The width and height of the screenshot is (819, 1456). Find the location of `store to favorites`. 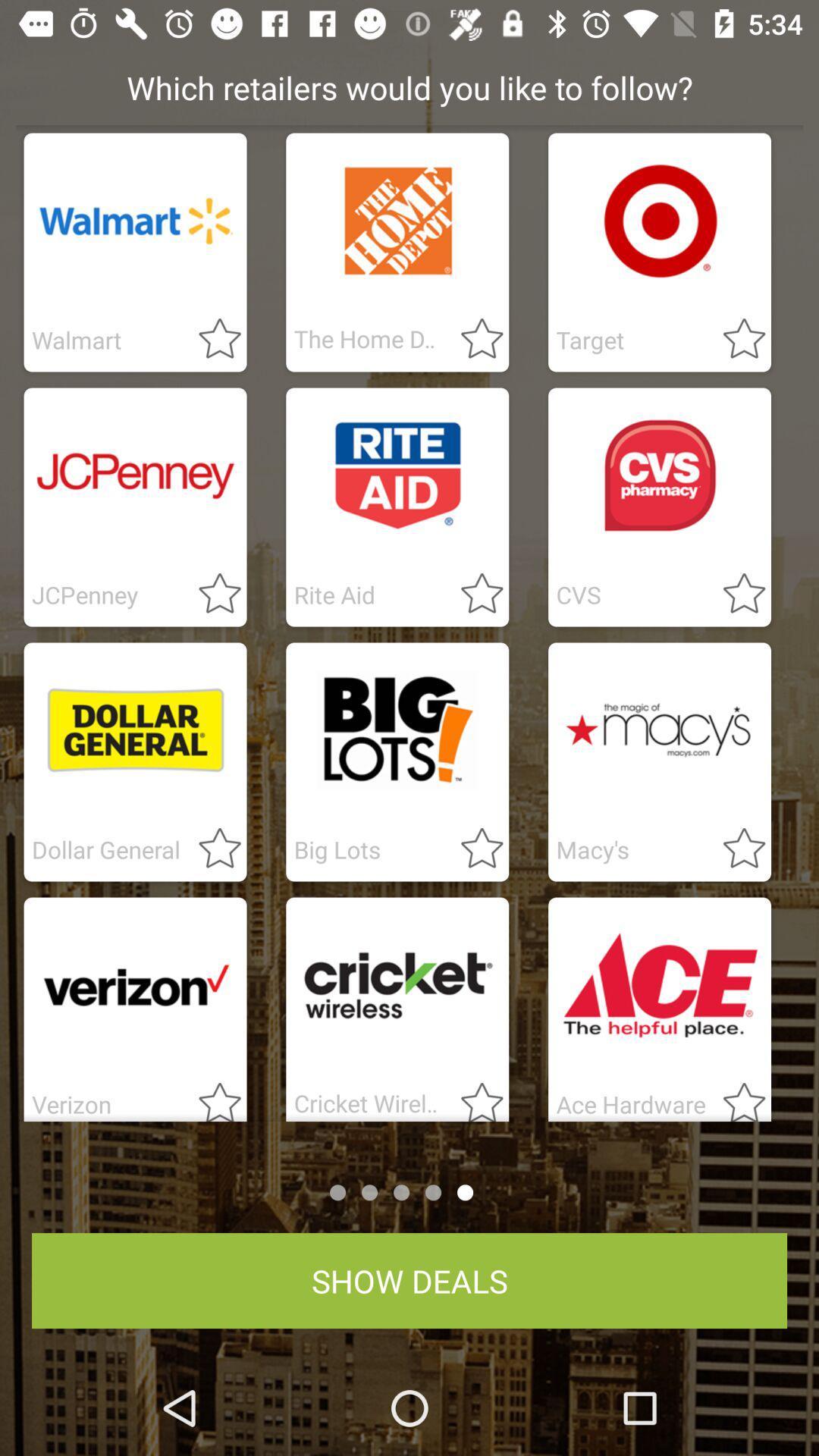

store to favorites is located at coordinates (211, 849).